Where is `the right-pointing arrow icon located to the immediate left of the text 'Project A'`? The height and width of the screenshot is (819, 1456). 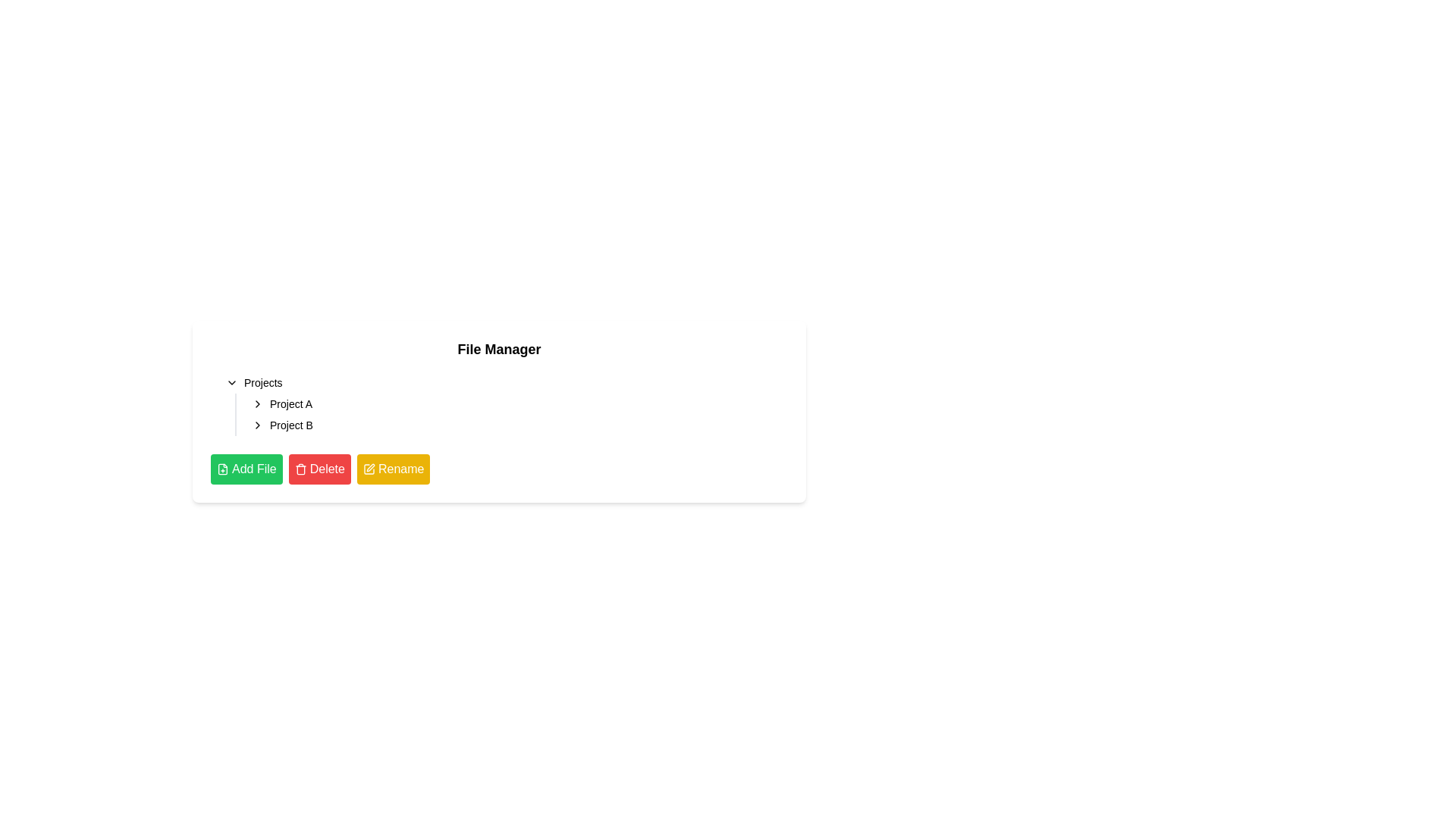 the right-pointing arrow icon located to the immediate left of the text 'Project A' is located at coordinates (258, 403).